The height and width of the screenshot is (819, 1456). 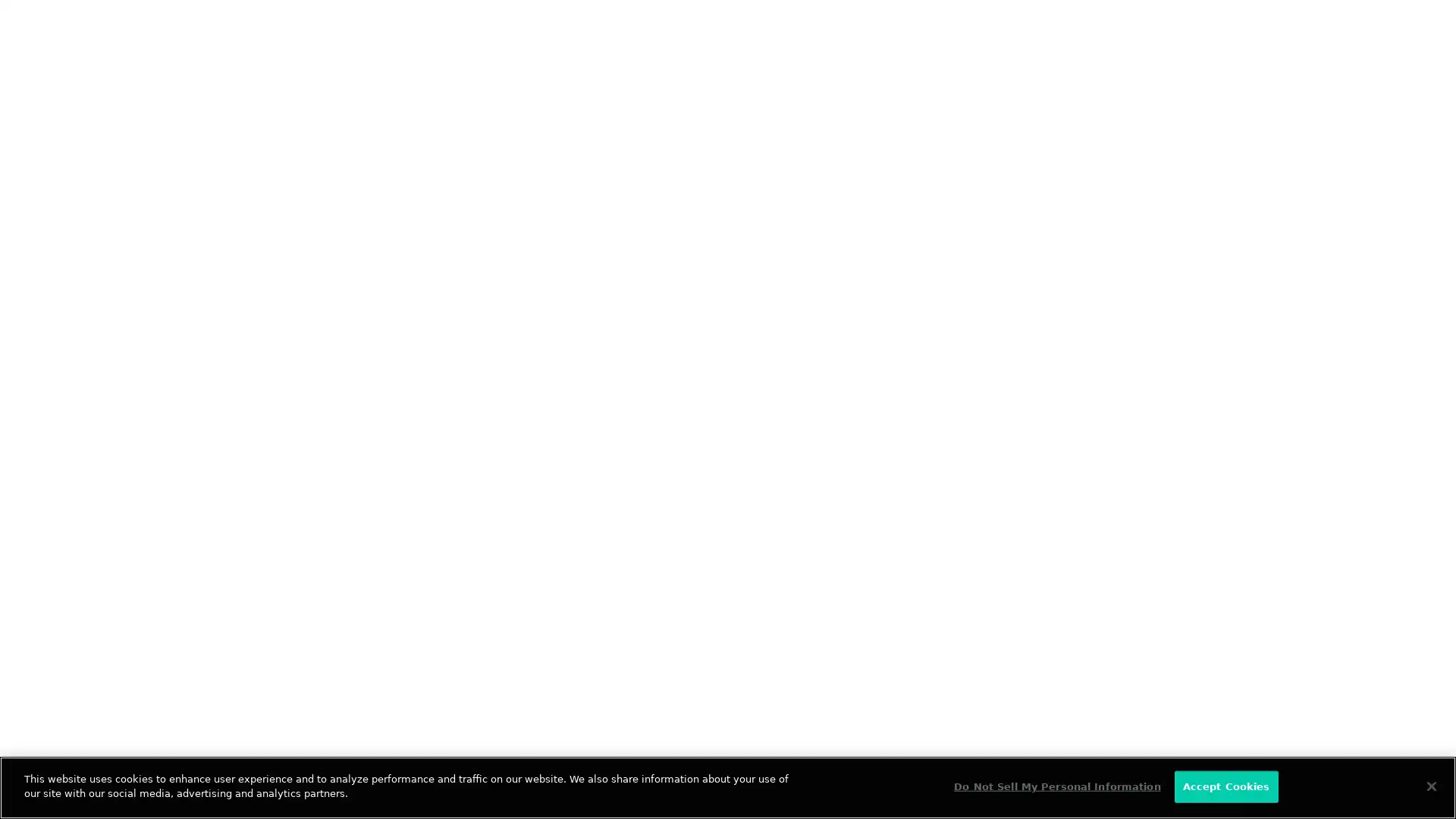 What do you see at coordinates (114, 253) in the screenshot?
I see `Latest` at bounding box center [114, 253].